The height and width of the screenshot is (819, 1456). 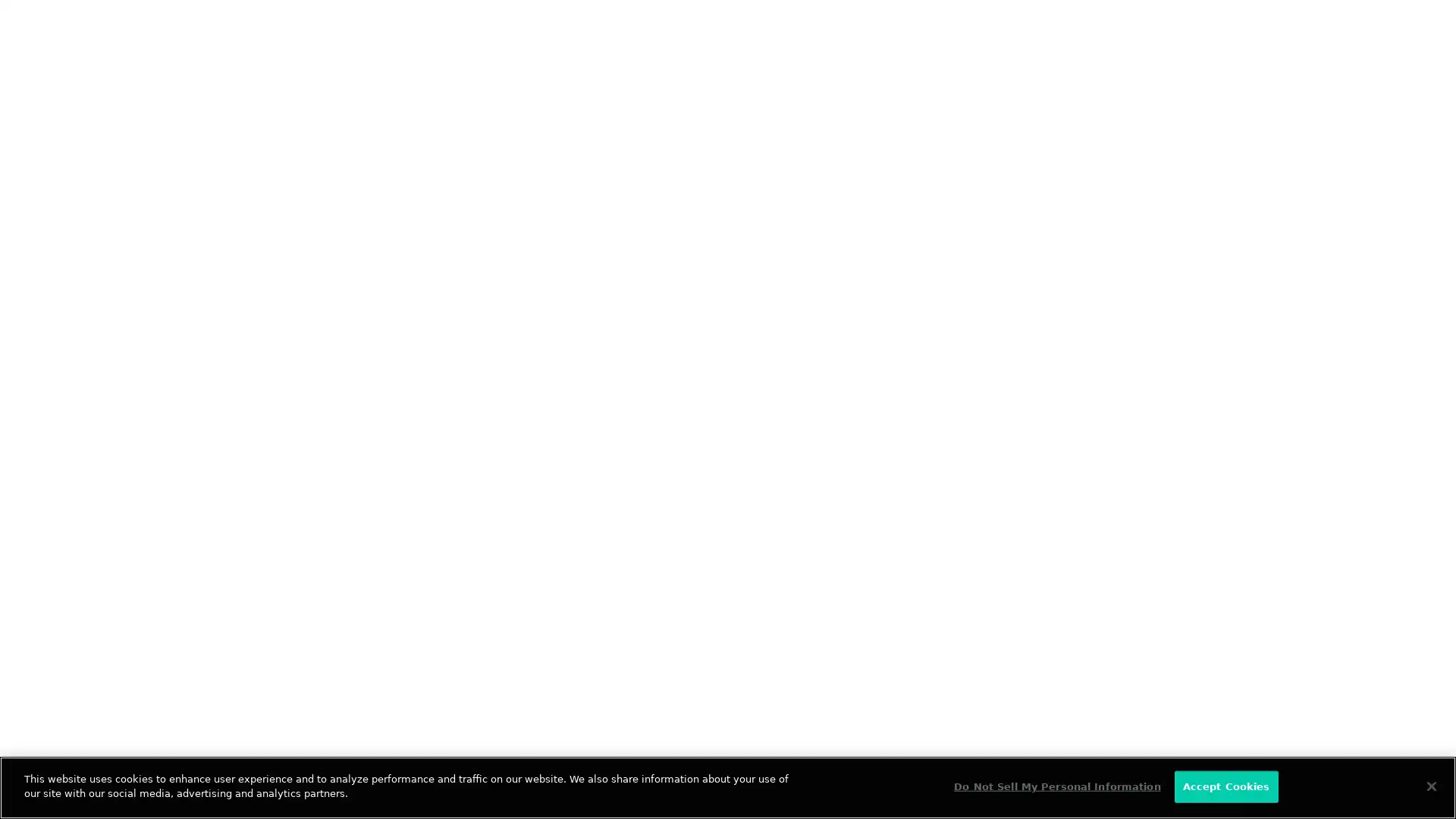 What do you see at coordinates (114, 253) in the screenshot?
I see `Latest` at bounding box center [114, 253].